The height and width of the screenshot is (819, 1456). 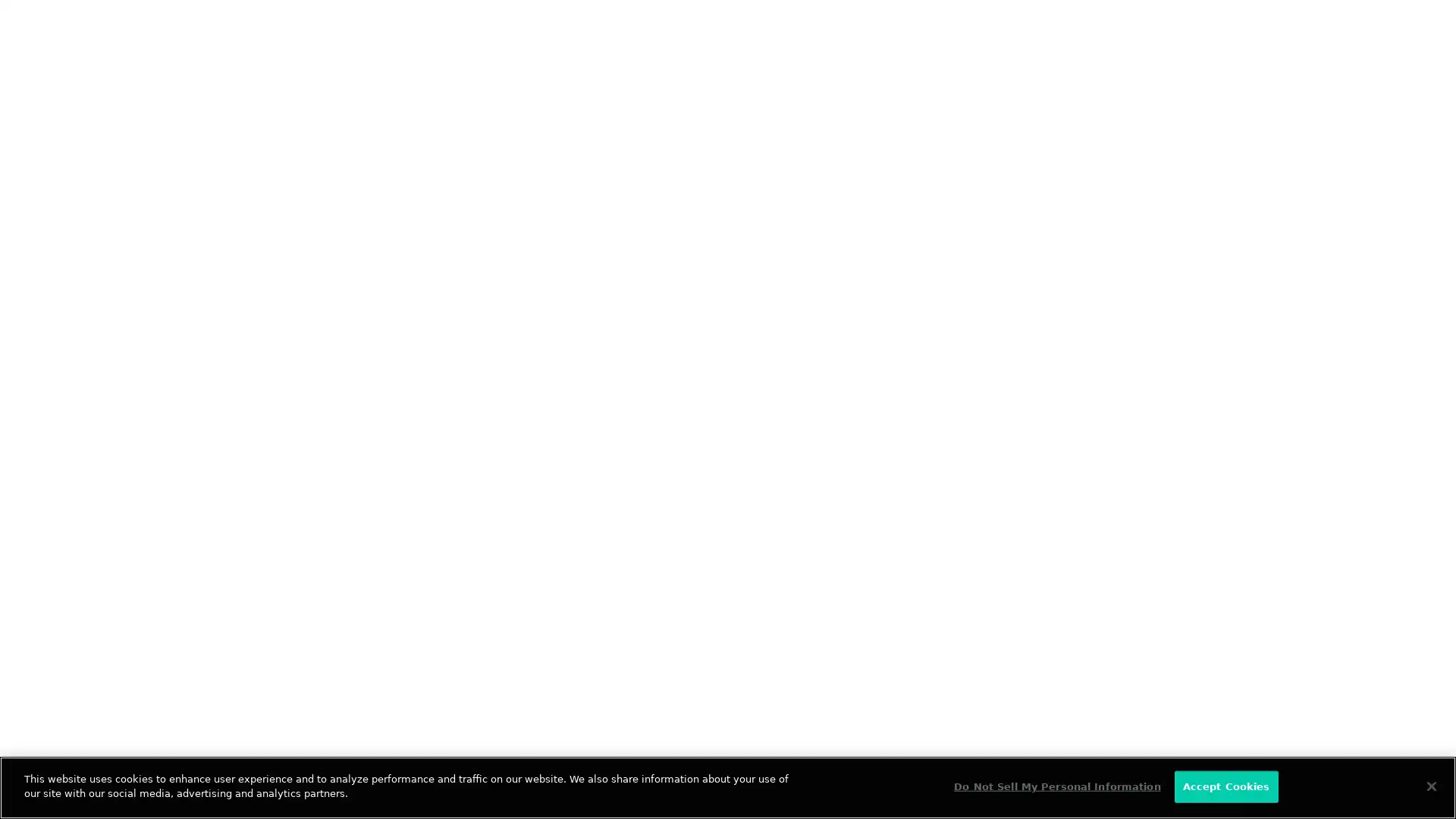 What do you see at coordinates (114, 253) in the screenshot?
I see `Latest` at bounding box center [114, 253].